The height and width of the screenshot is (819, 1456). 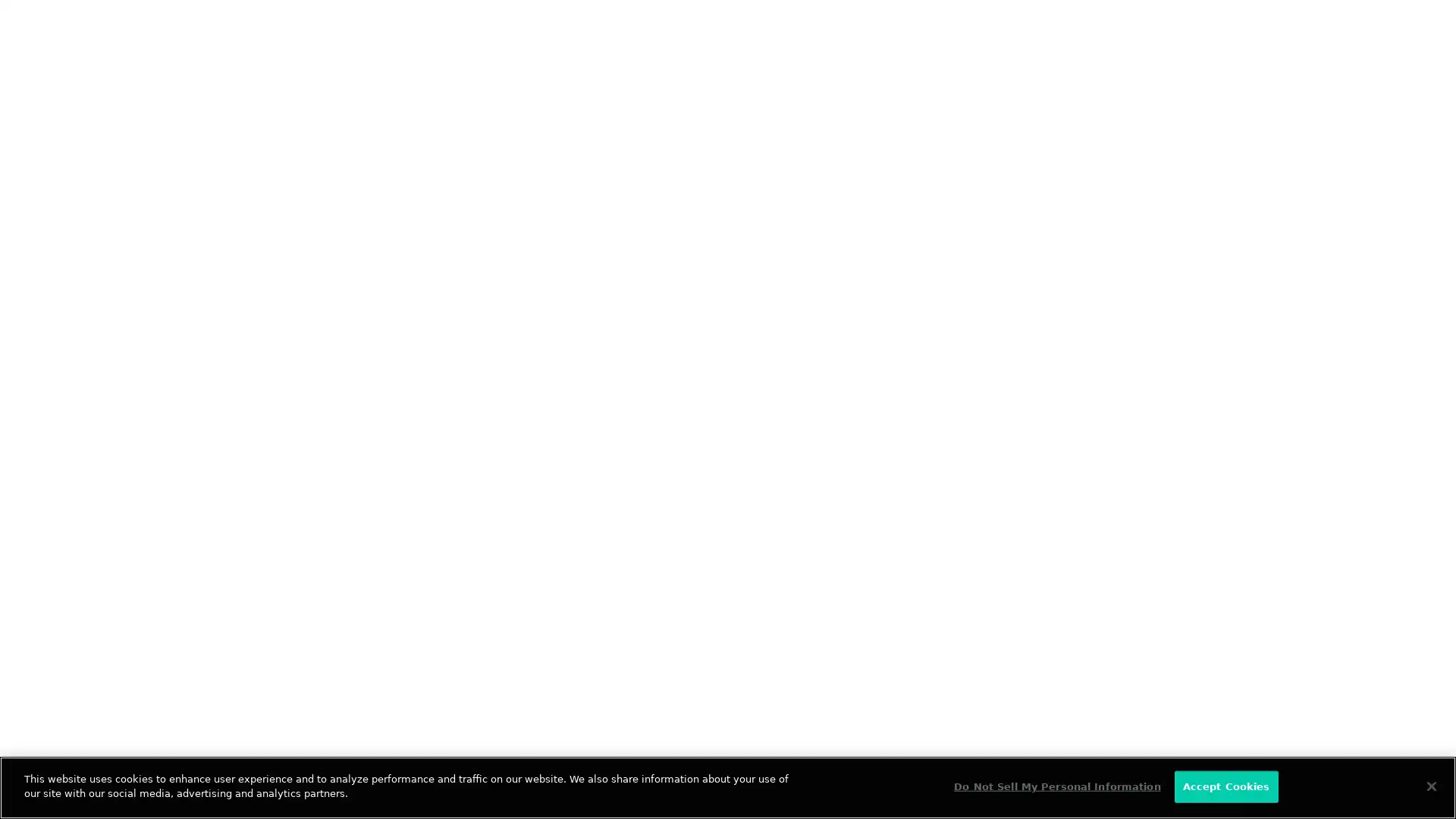 What do you see at coordinates (114, 253) in the screenshot?
I see `Latest` at bounding box center [114, 253].